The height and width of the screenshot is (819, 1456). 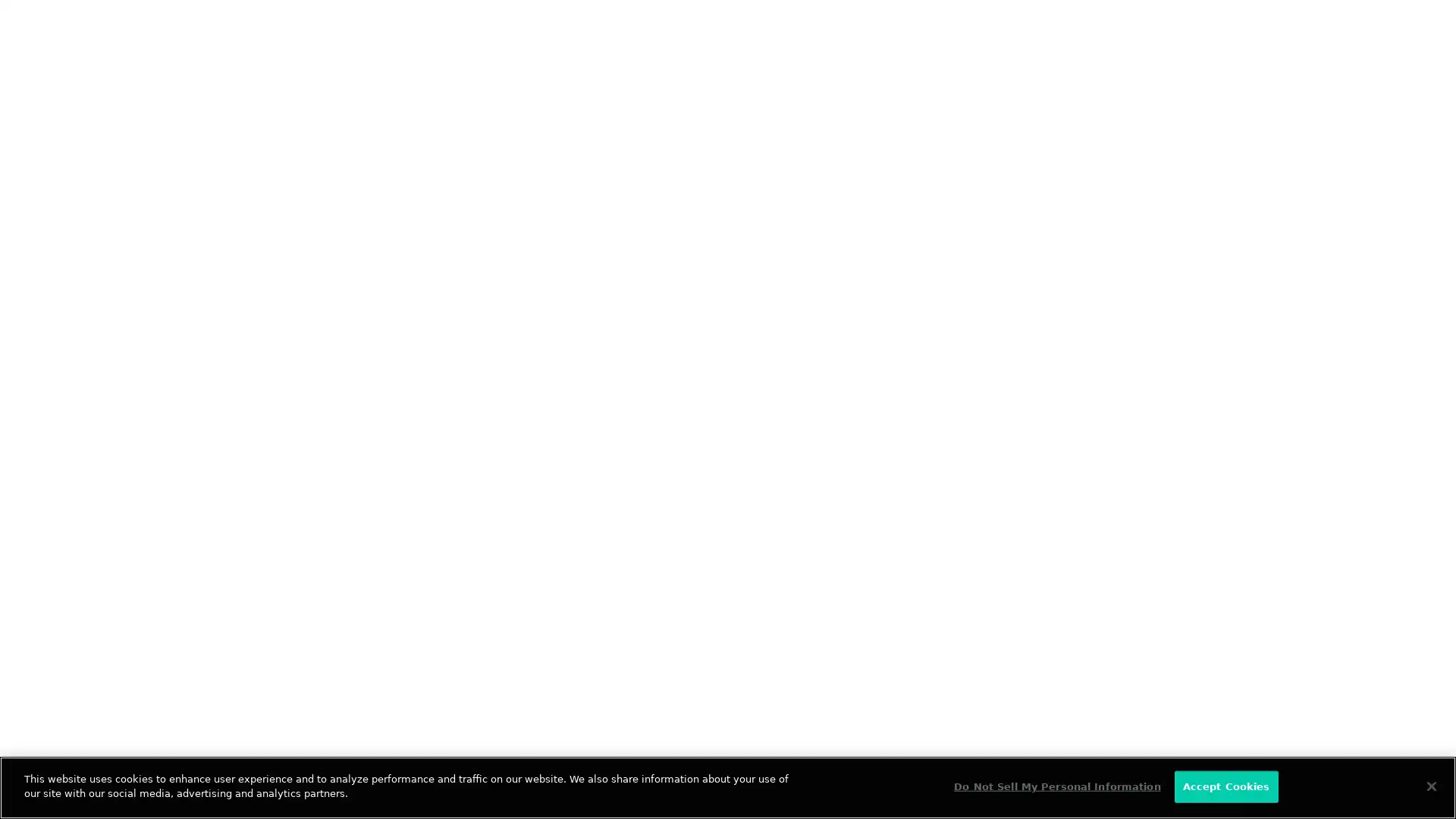 What do you see at coordinates (114, 253) in the screenshot?
I see `Latest` at bounding box center [114, 253].